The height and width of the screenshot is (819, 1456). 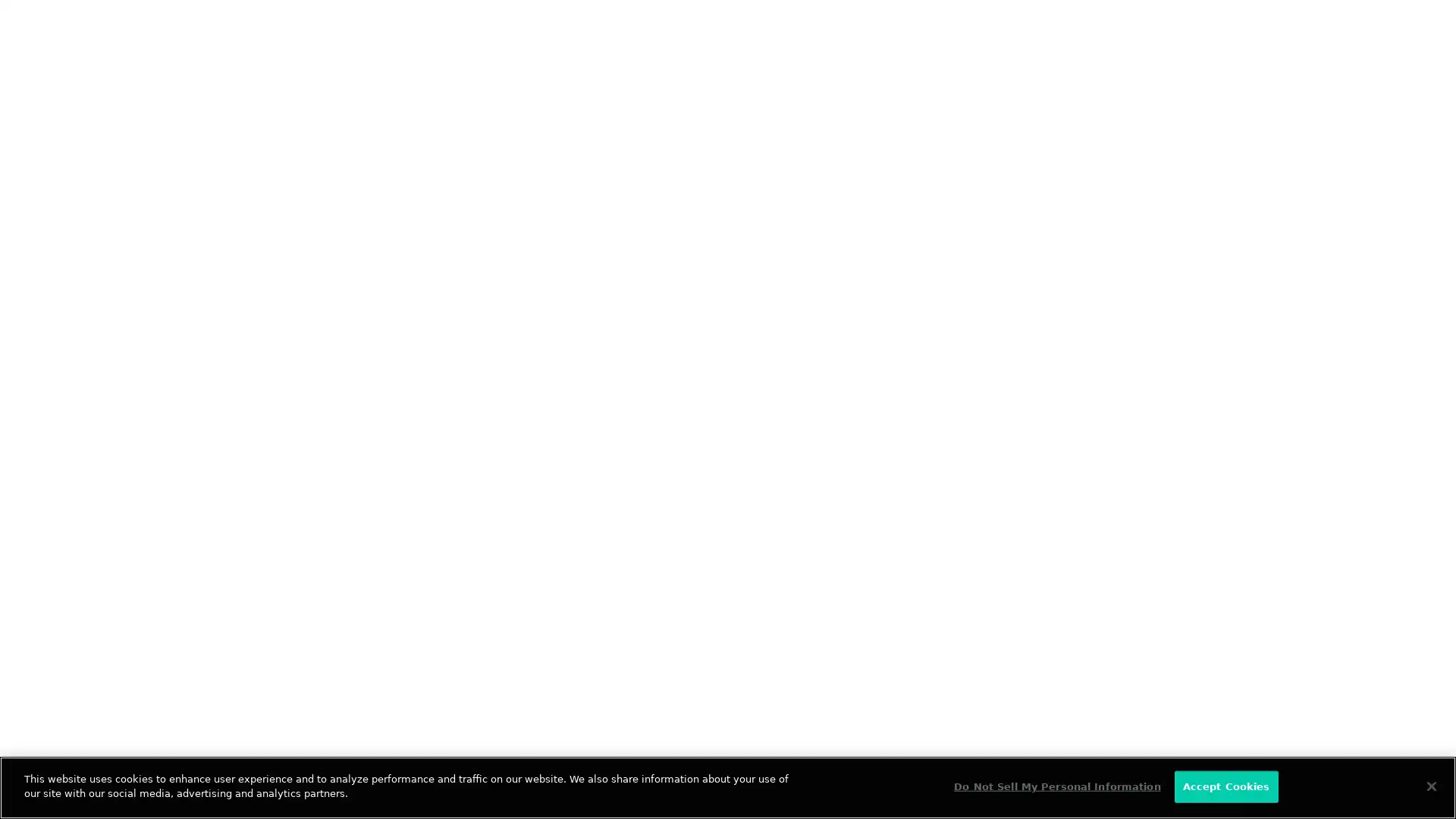 What do you see at coordinates (114, 253) in the screenshot?
I see `Latest` at bounding box center [114, 253].